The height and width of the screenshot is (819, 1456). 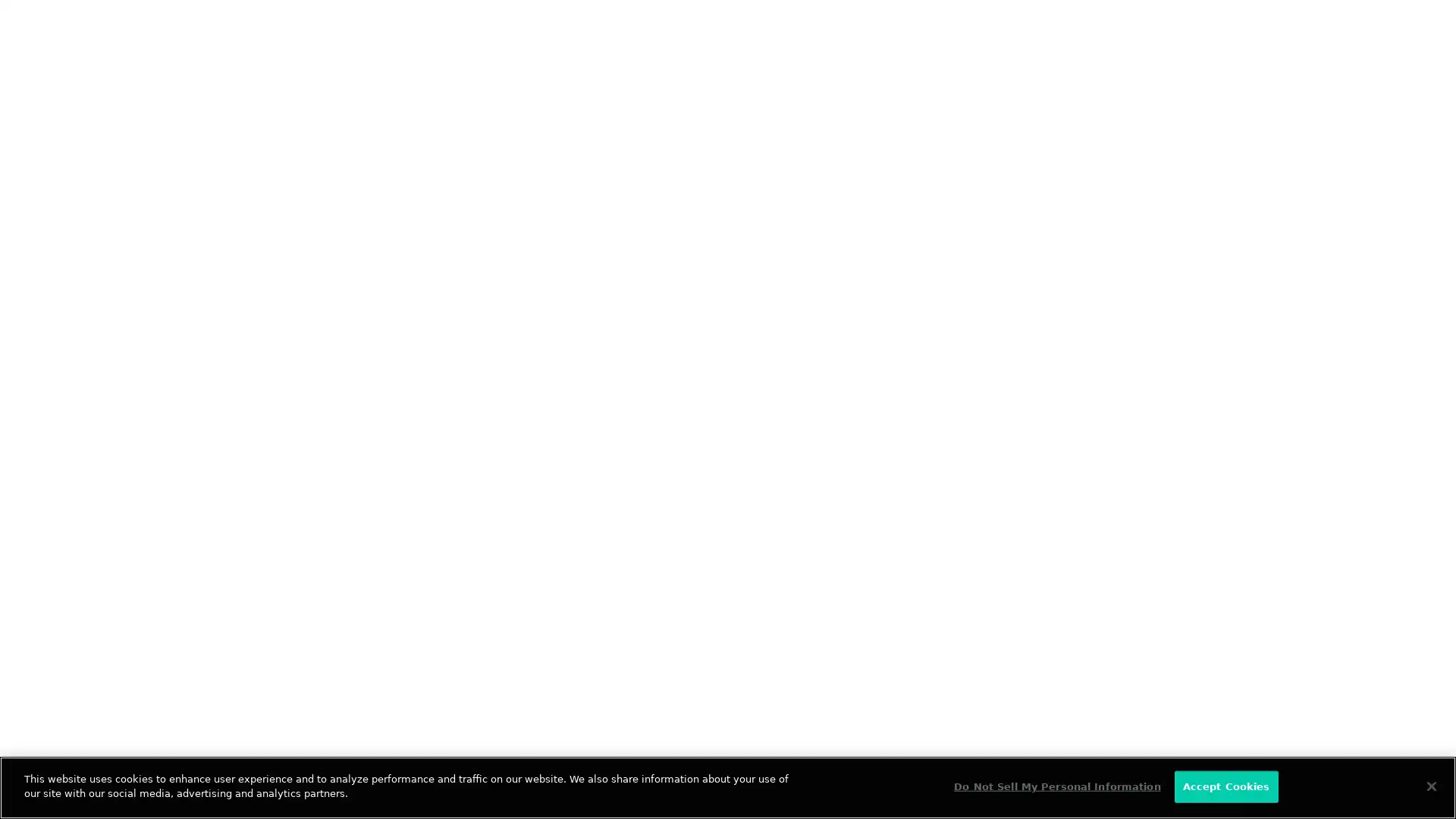 What do you see at coordinates (114, 253) in the screenshot?
I see `Latest` at bounding box center [114, 253].